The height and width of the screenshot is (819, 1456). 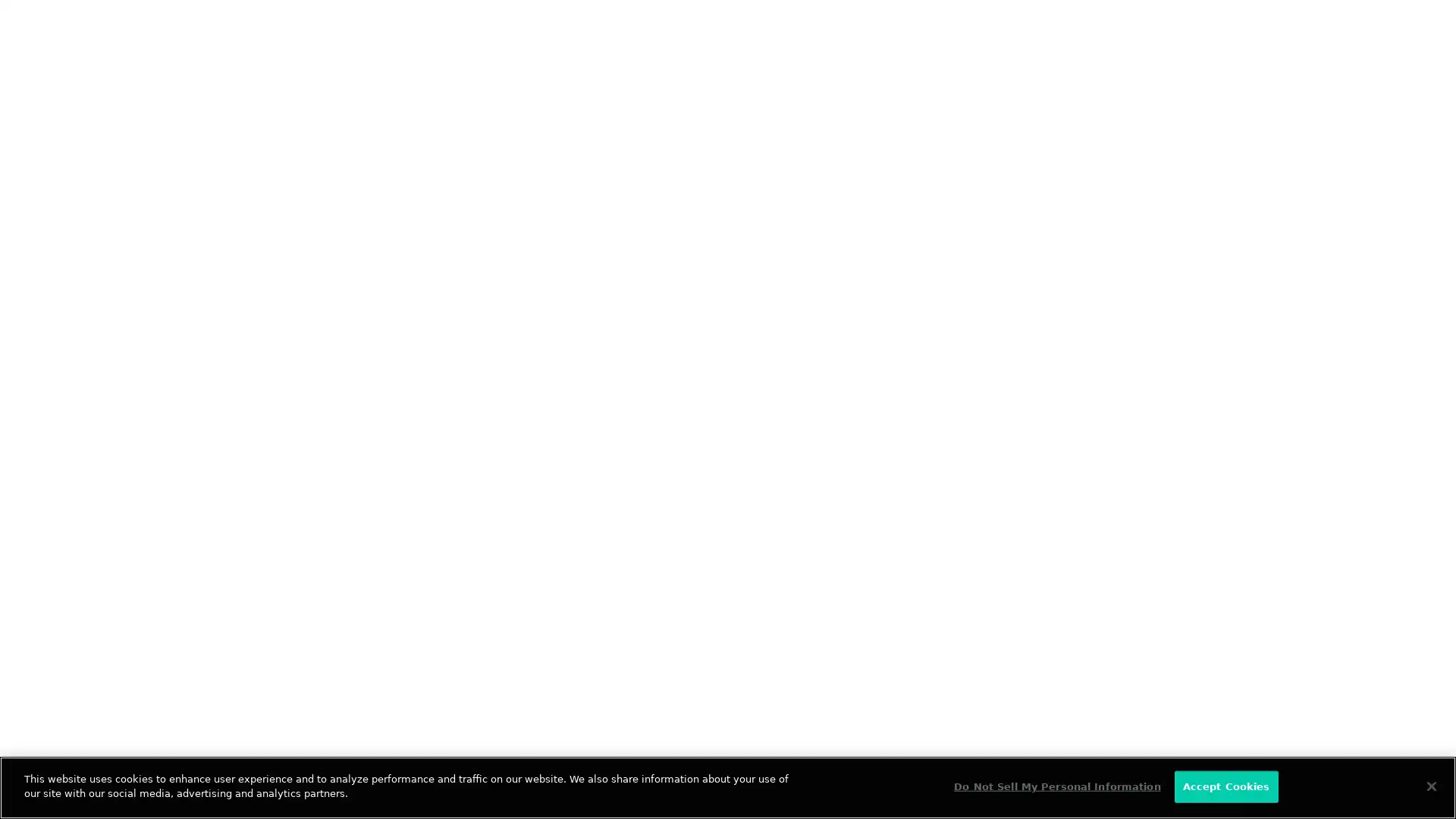 What do you see at coordinates (114, 253) in the screenshot?
I see `Latest` at bounding box center [114, 253].